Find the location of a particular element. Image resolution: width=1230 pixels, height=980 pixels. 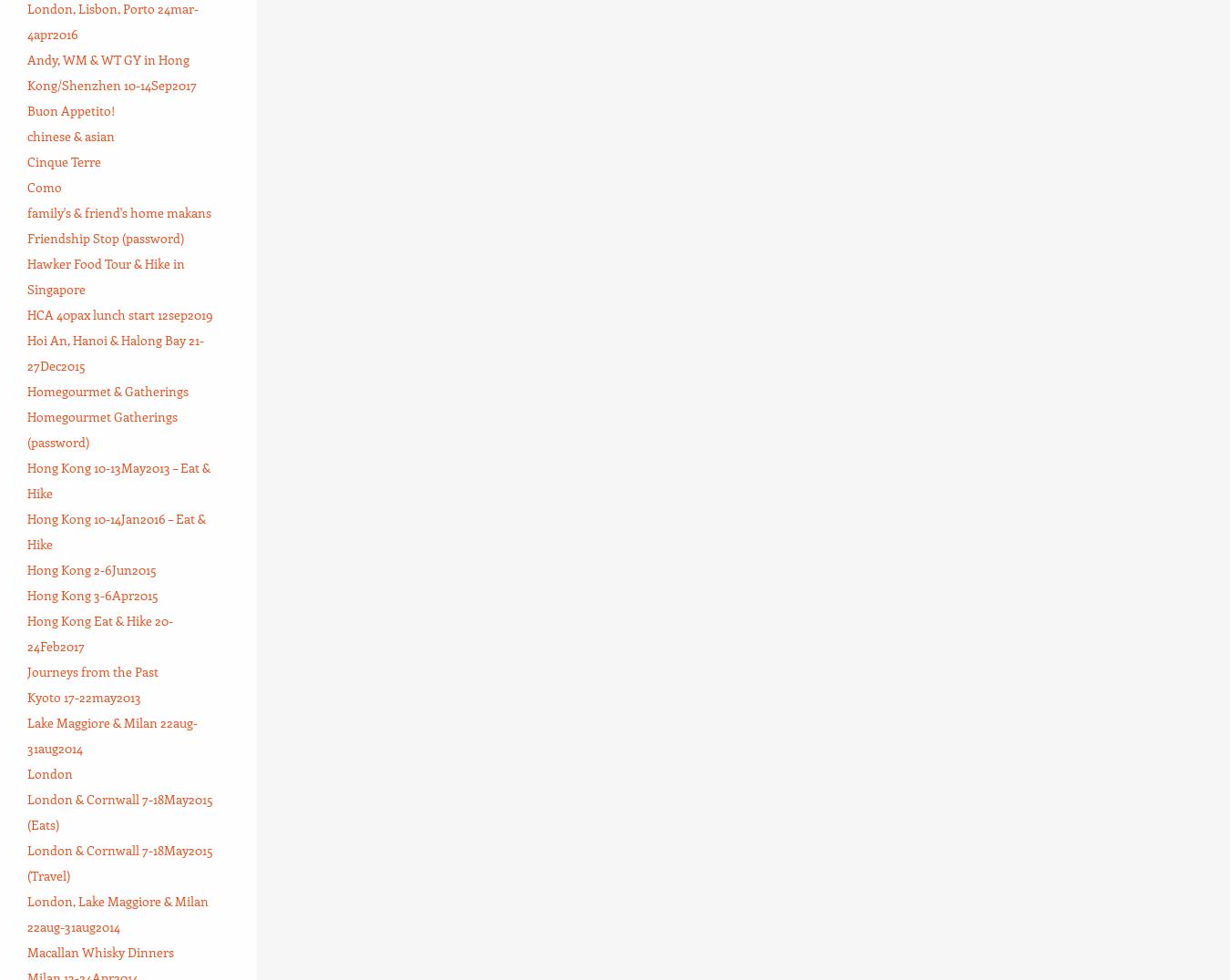

'Hong Kong 2-6Jun2015' is located at coordinates (90, 568).